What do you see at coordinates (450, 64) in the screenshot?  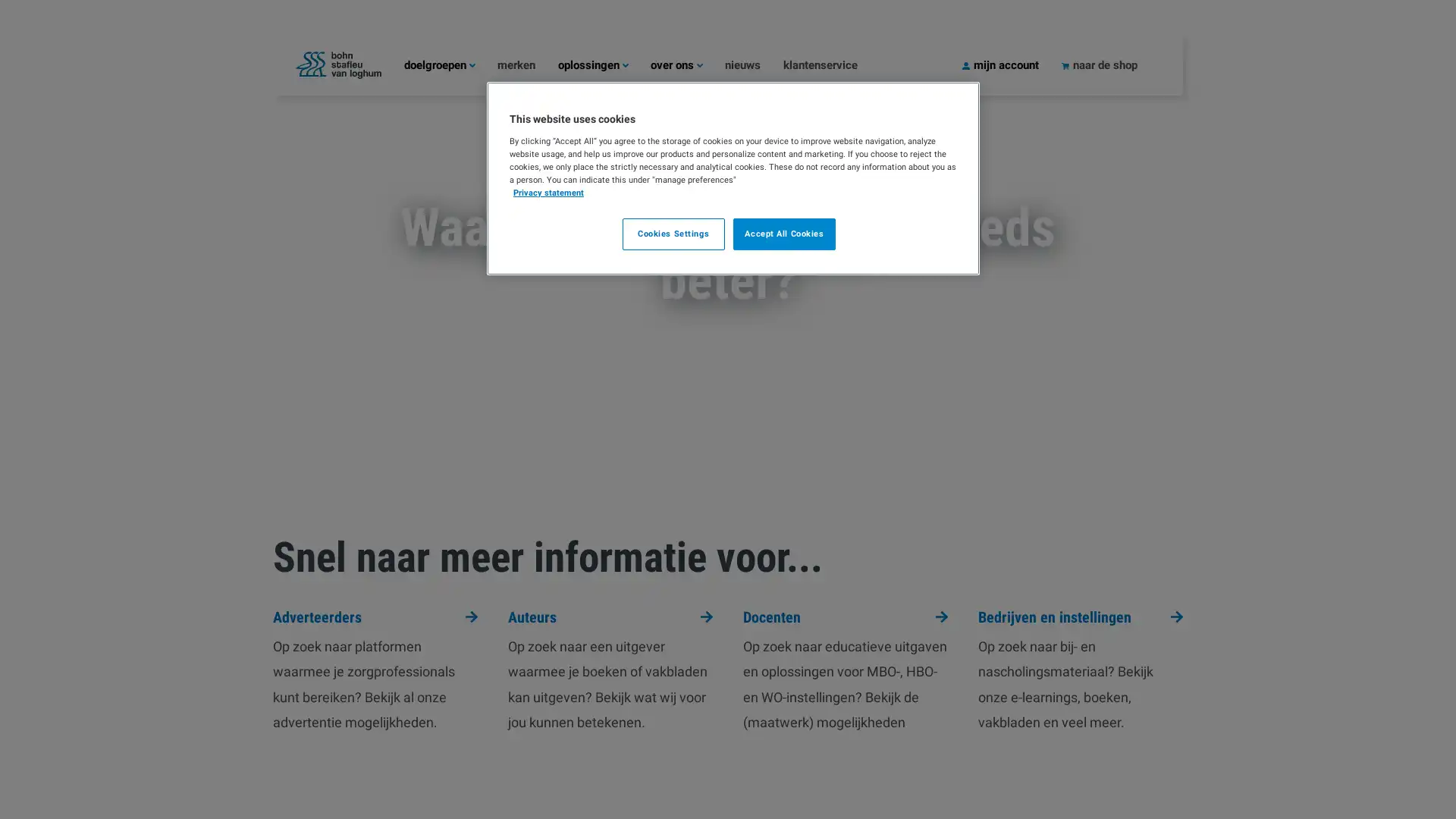 I see `doelgroepen` at bounding box center [450, 64].